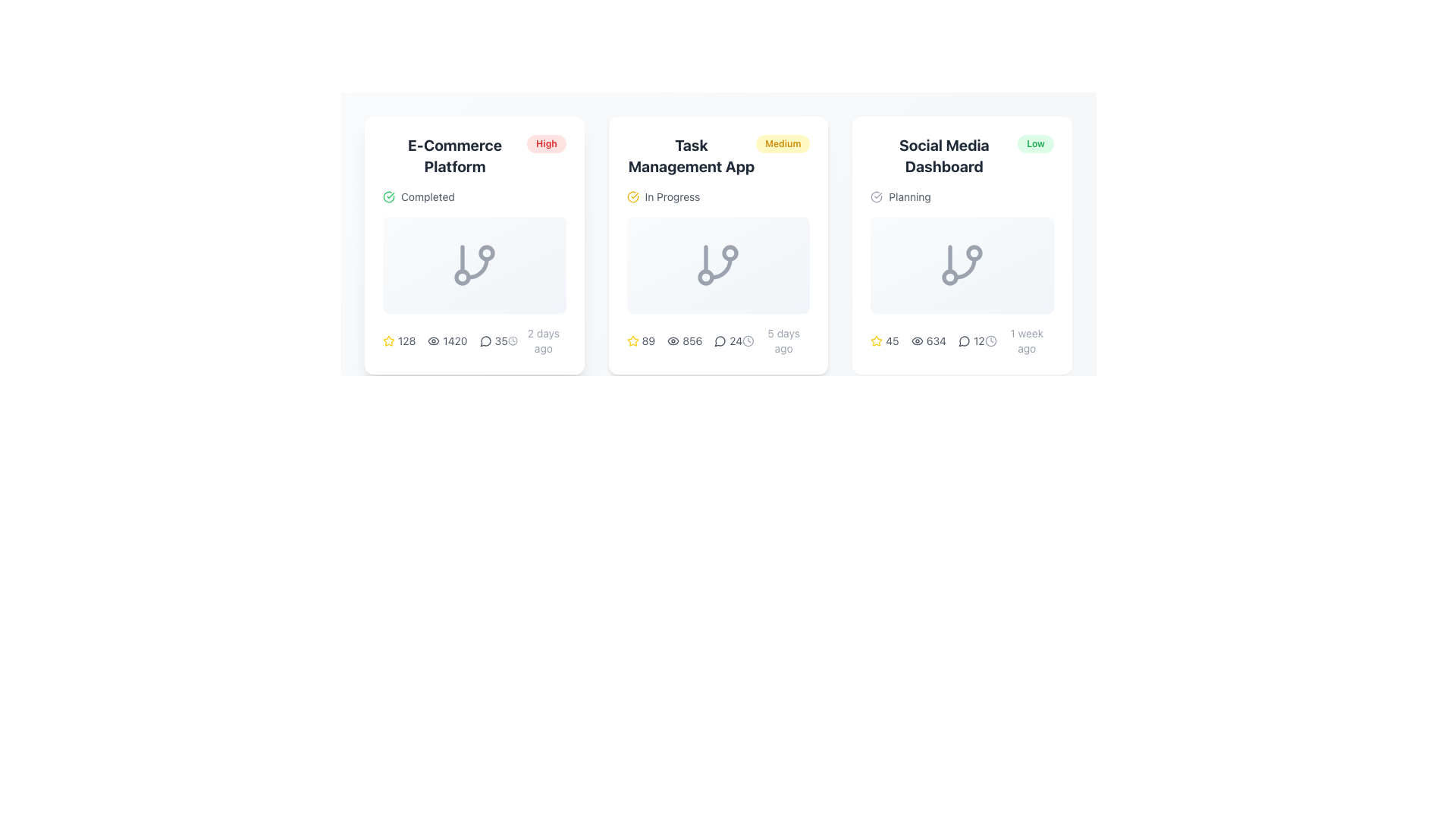  What do you see at coordinates (473, 341) in the screenshot?
I see `the informational display section located at the bottom of the 'E-Commerce Platform' card` at bounding box center [473, 341].